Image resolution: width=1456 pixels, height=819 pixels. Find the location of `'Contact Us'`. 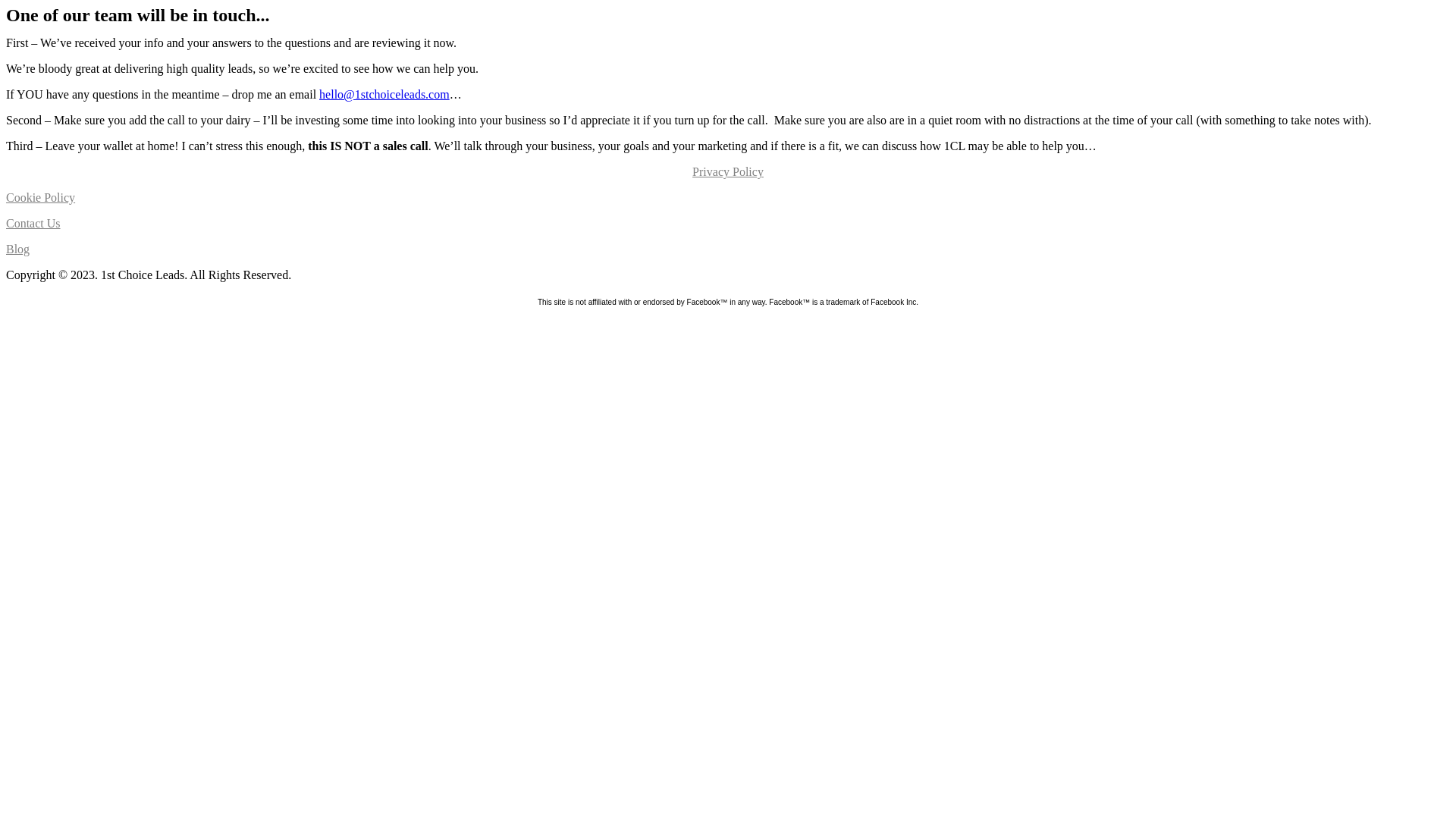

'Contact Us' is located at coordinates (33, 223).